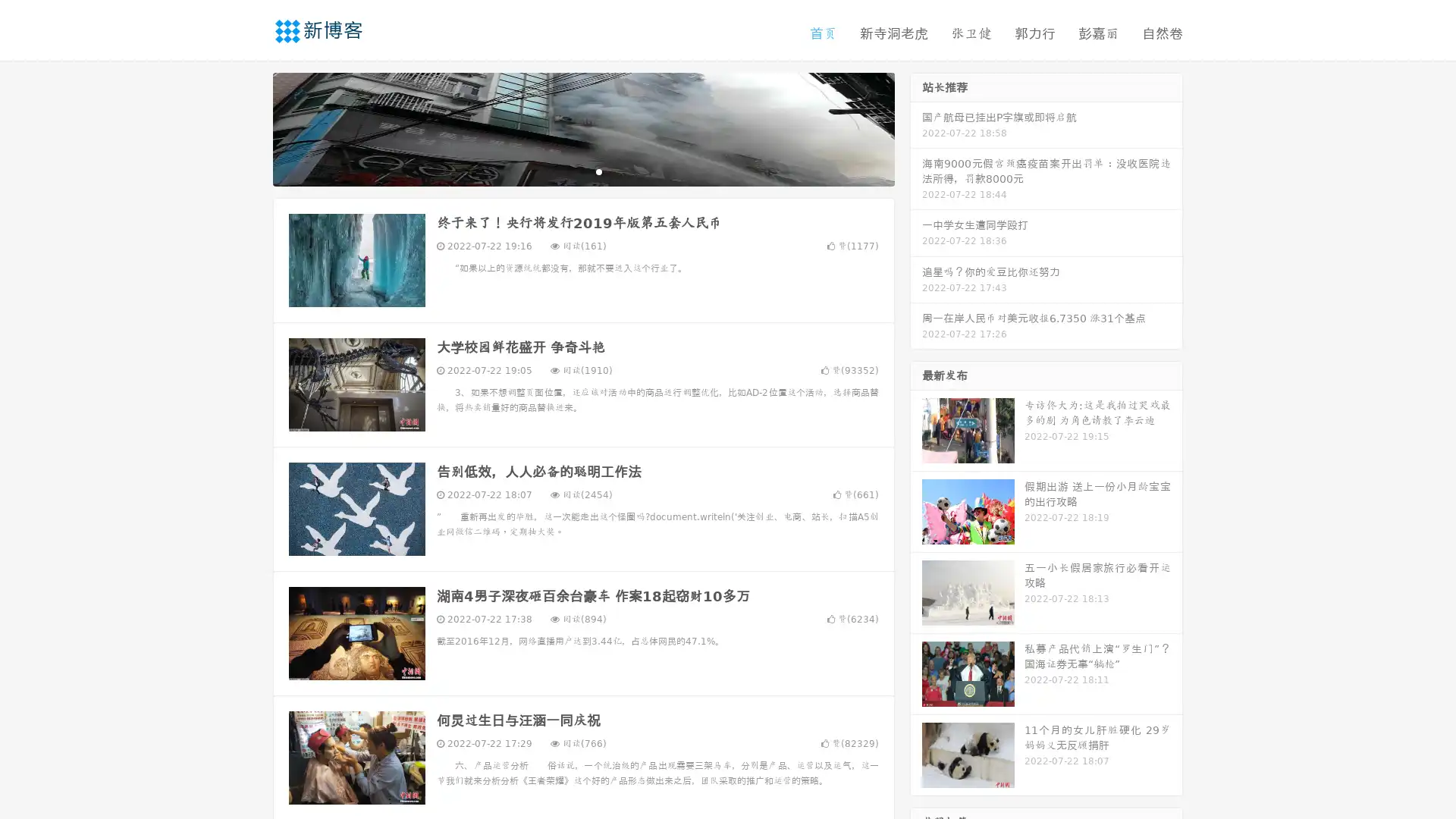  What do you see at coordinates (916, 127) in the screenshot?
I see `Next slide` at bounding box center [916, 127].